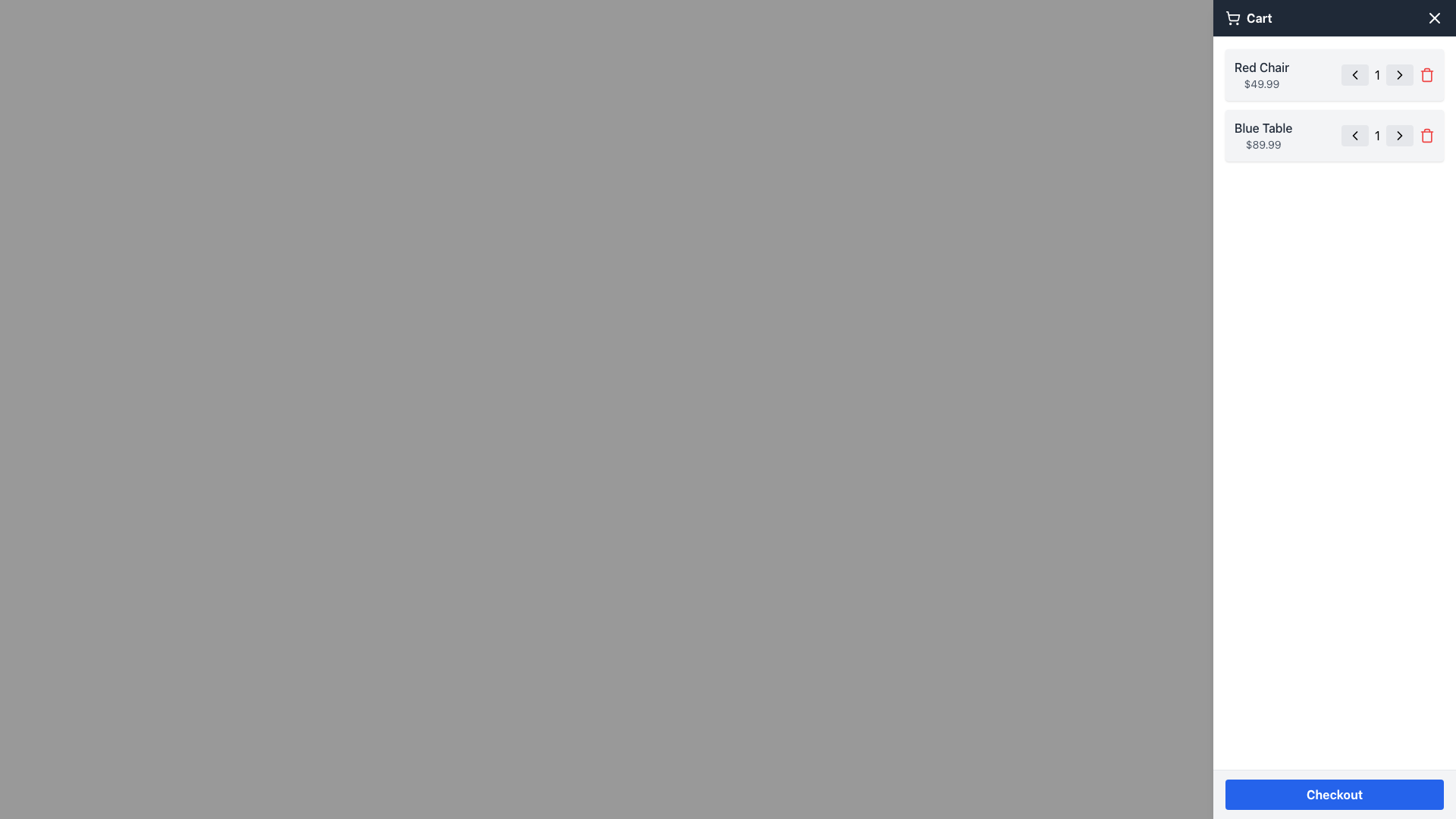  What do you see at coordinates (1388, 134) in the screenshot?
I see `the number display element showing '1' located in the second row of the 'Blue Table $89.99' card` at bounding box center [1388, 134].